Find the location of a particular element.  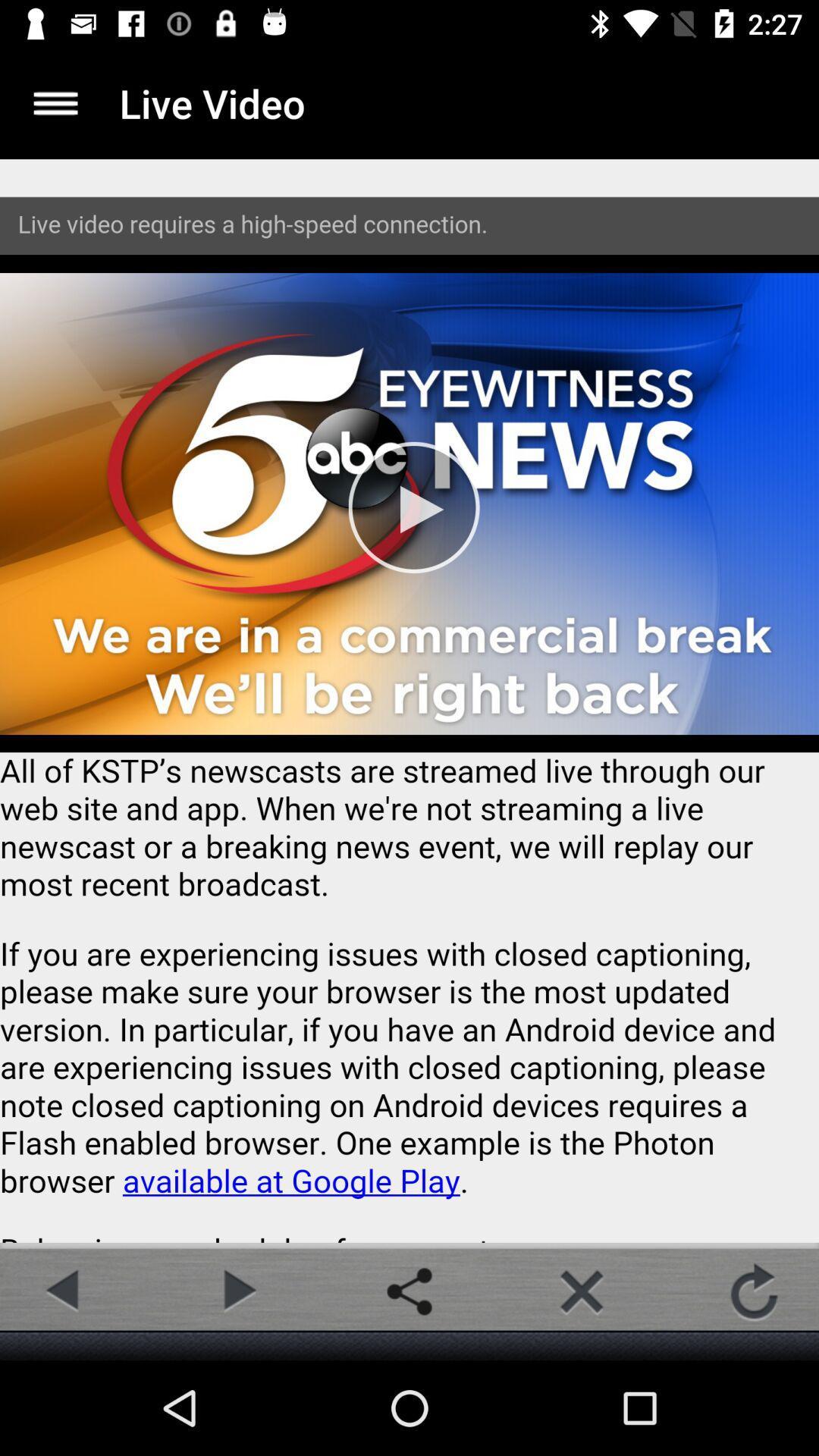

refresh is located at coordinates (754, 1291).